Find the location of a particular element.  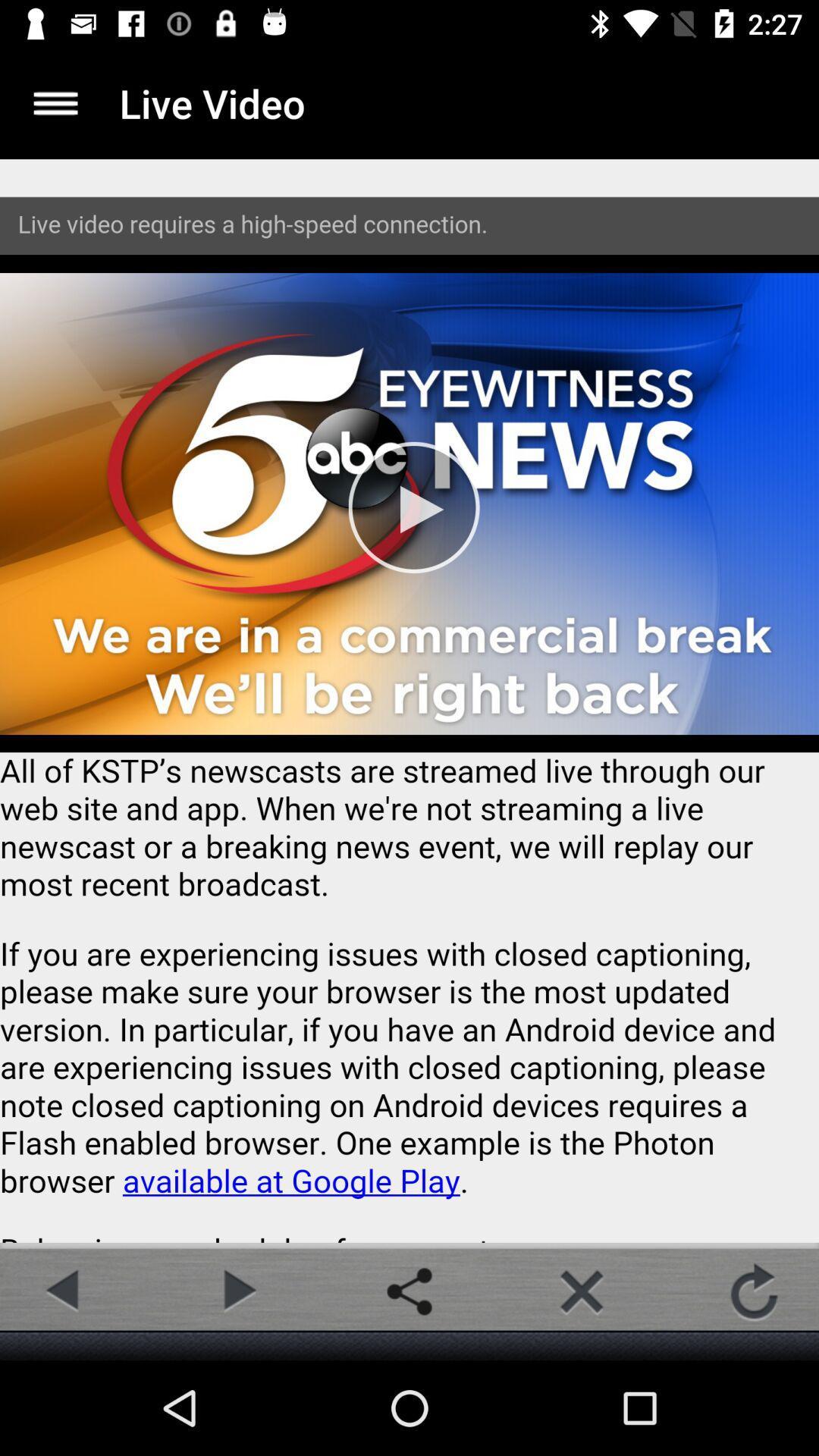

refresh is located at coordinates (754, 1291).